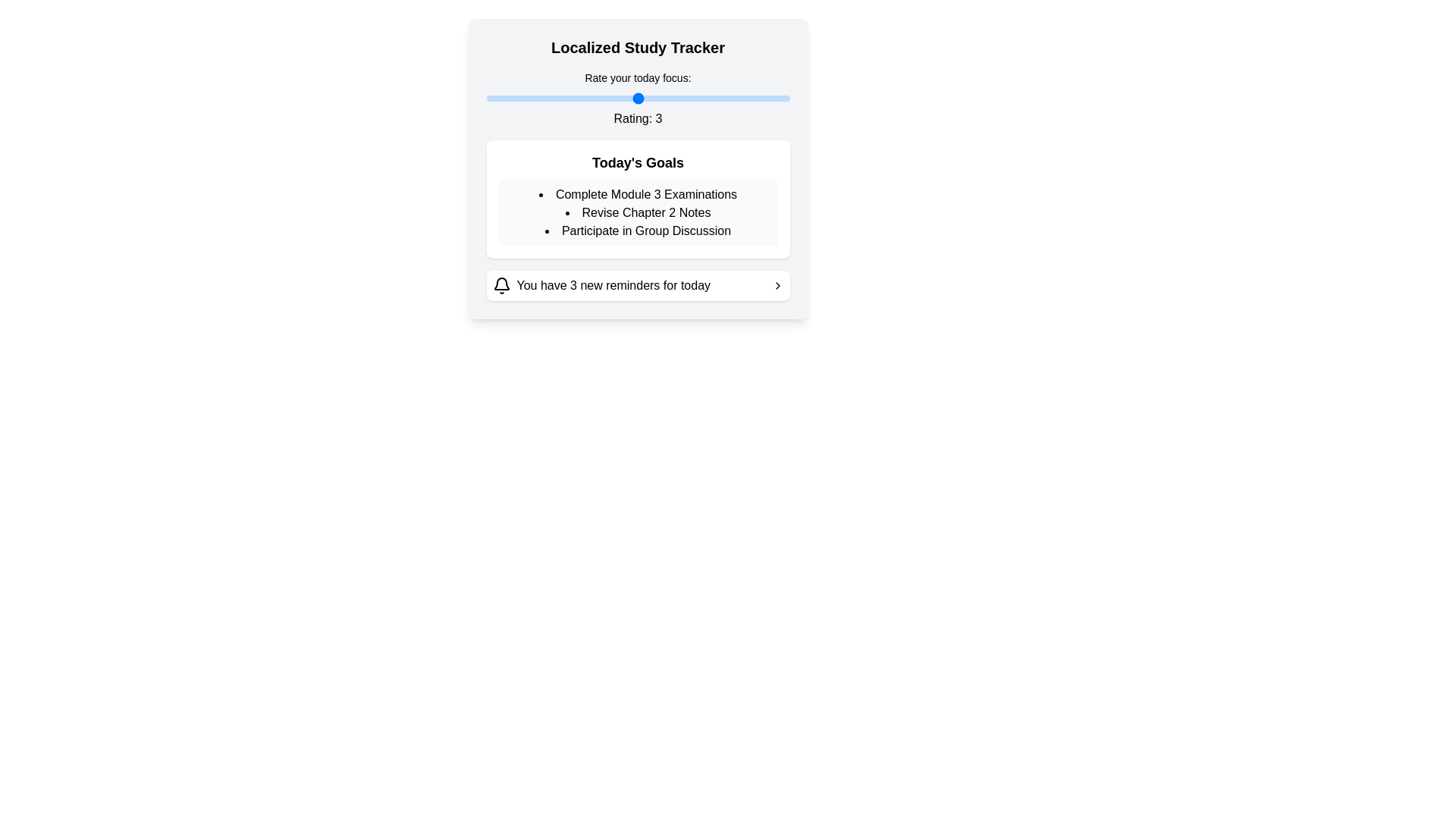 The image size is (1456, 819). Describe the element at coordinates (638, 213) in the screenshot. I see `the second item in the bulleted list titled 'Today's Goals', which instructs the user to revise chapter 2 notes` at that location.